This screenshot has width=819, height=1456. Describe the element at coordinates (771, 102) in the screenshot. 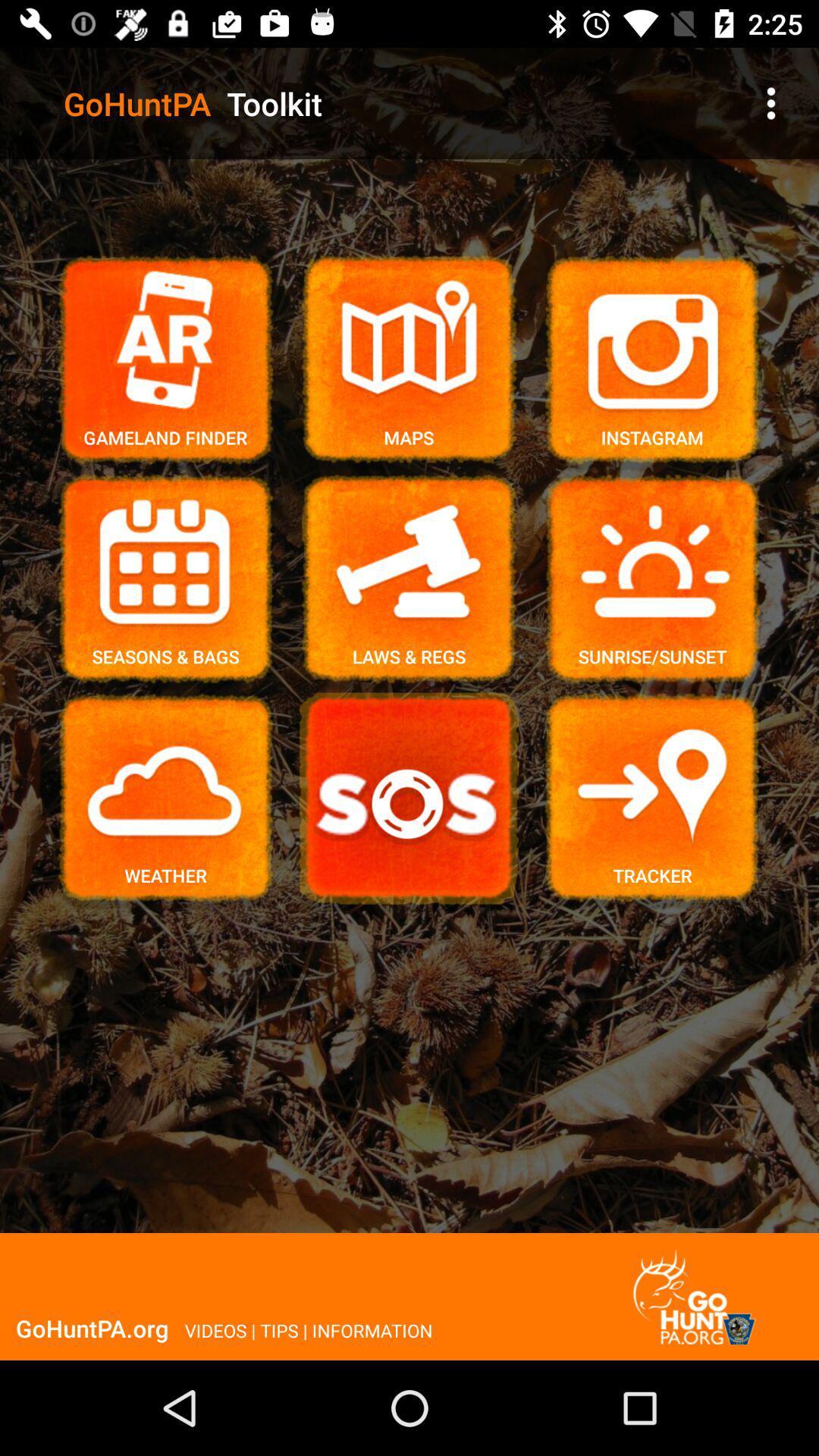

I see `item above instagram icon` at that location.